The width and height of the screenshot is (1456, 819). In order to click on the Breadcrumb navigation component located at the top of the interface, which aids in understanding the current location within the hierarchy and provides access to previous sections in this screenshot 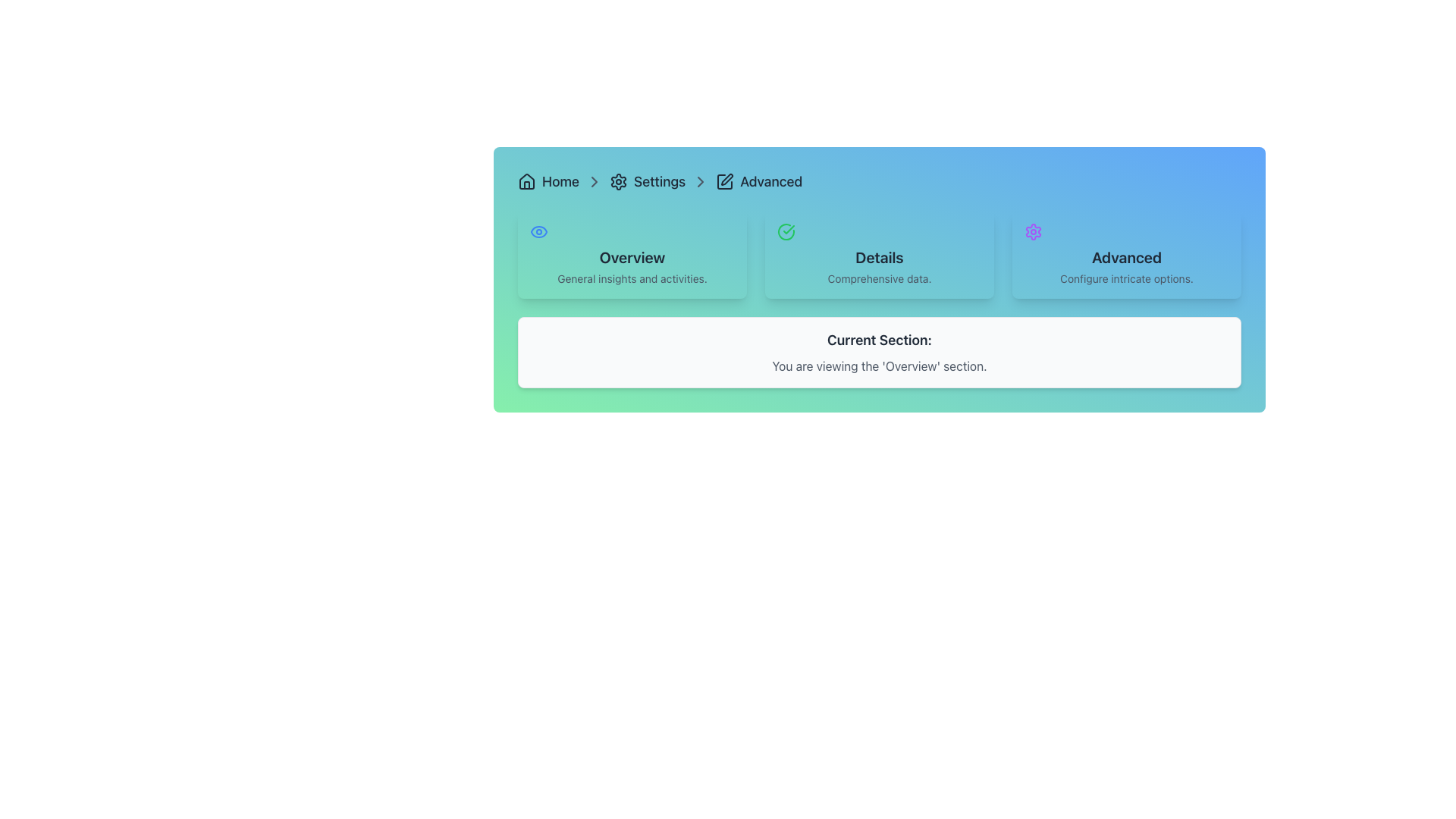, I will do `click(880, 180)`.